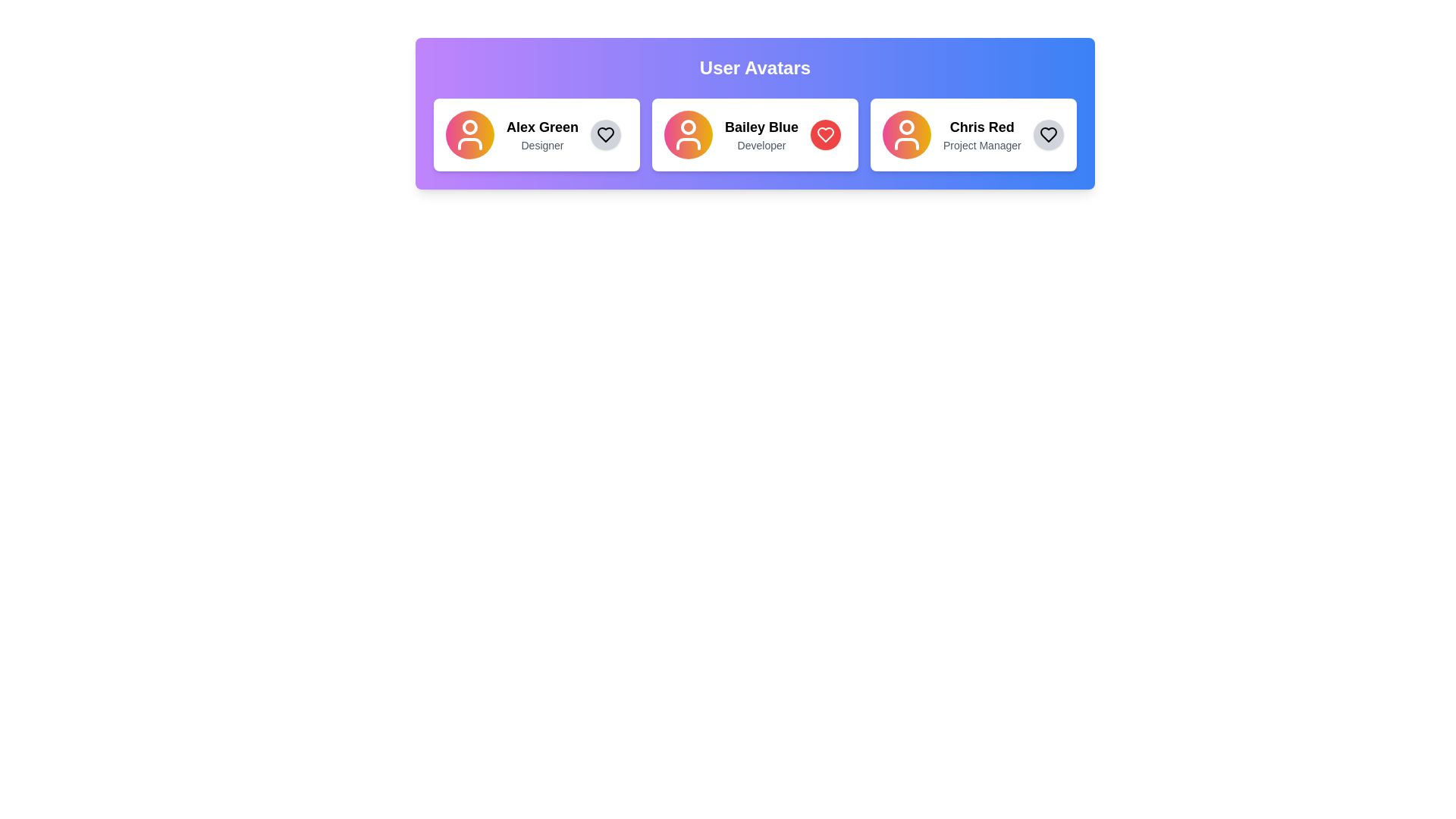 This screenshot has height=819, width=1456. Describe the element at coordinates (825, 133) in the screenshot. I see `the red heart icon located in the second card labeled 'Bailey Blue', adjacent to the name and role text` at that location.